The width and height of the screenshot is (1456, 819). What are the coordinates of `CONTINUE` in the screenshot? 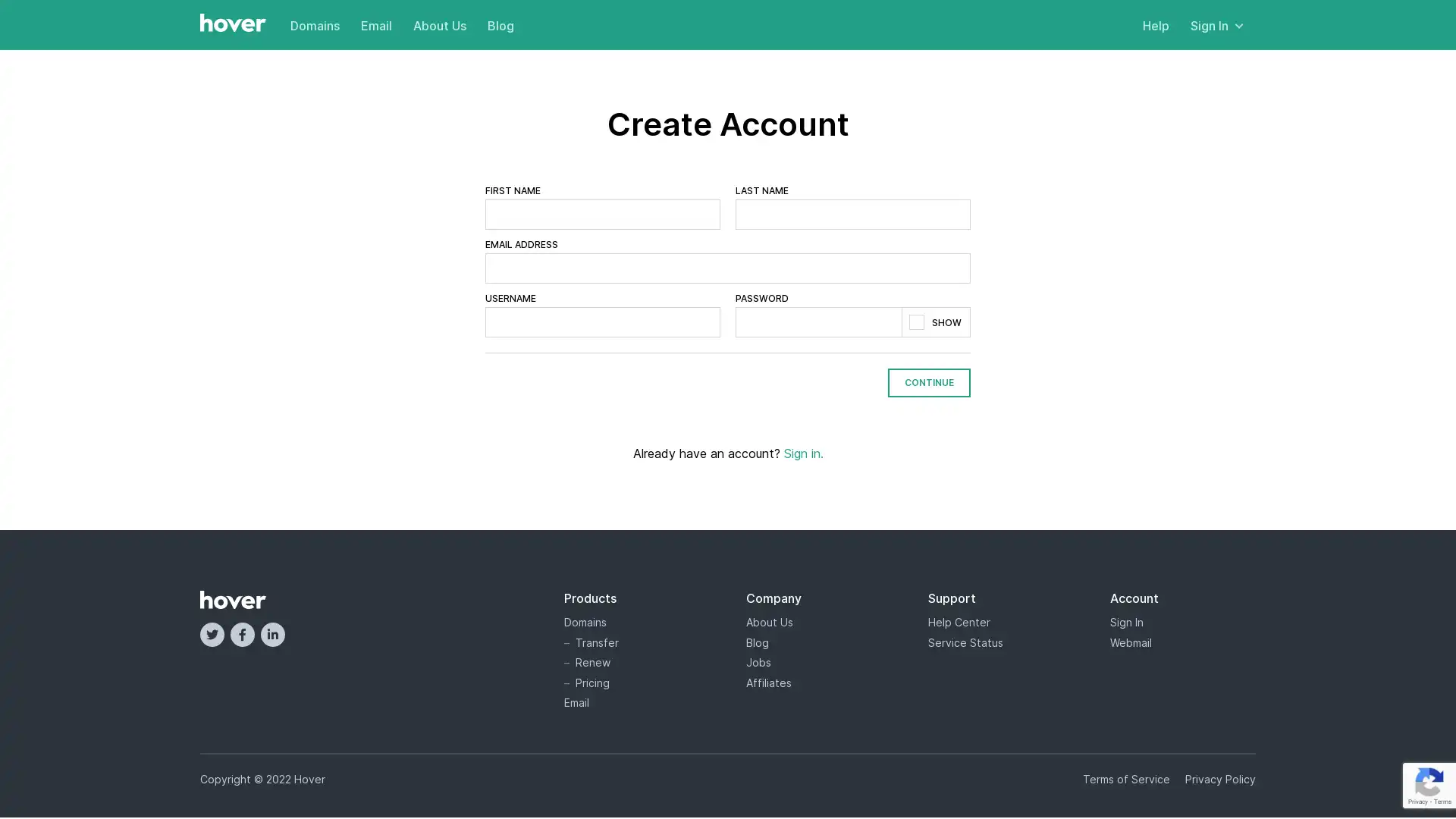 It's located at (928, 381).